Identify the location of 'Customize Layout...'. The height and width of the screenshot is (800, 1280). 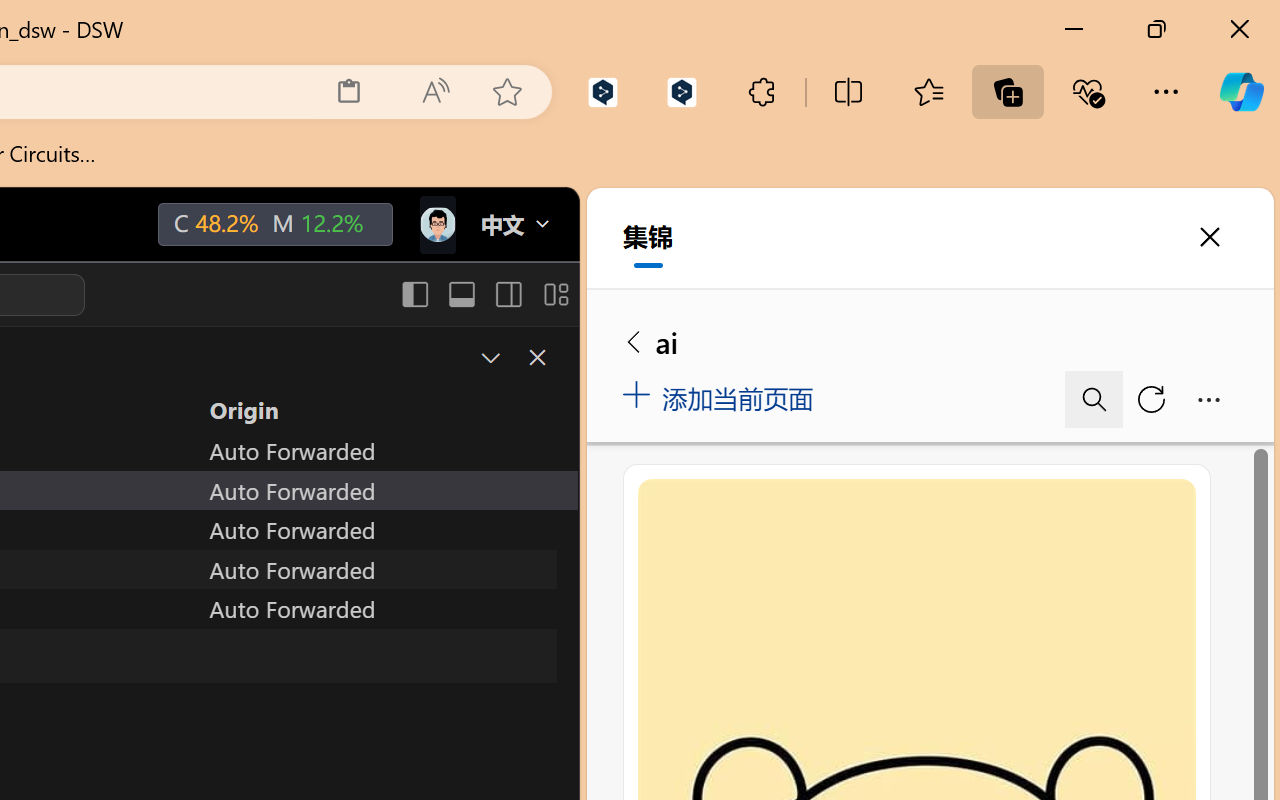
(554, 294).